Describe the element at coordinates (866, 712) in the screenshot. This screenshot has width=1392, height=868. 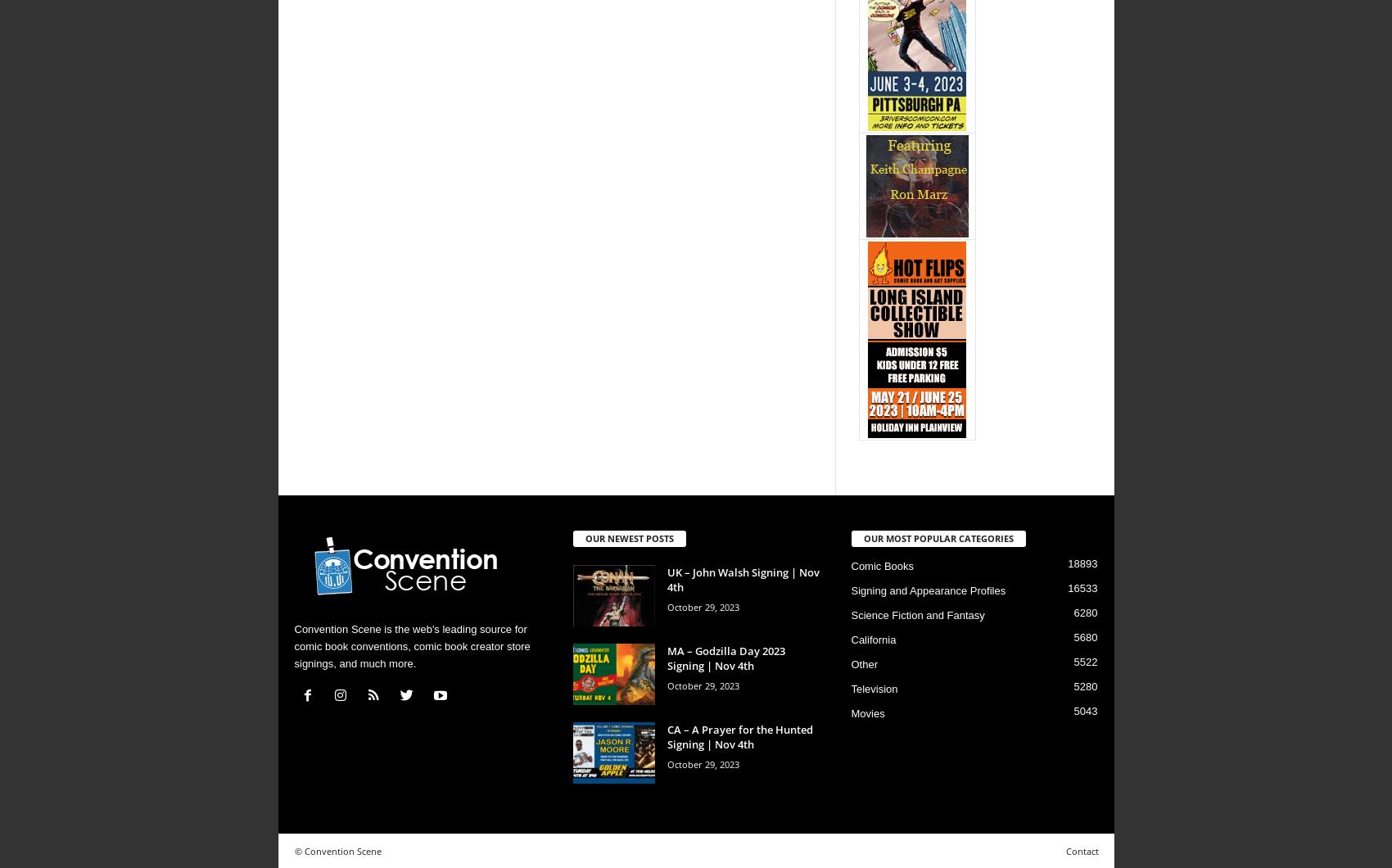
I see `'Movies'` at that location.